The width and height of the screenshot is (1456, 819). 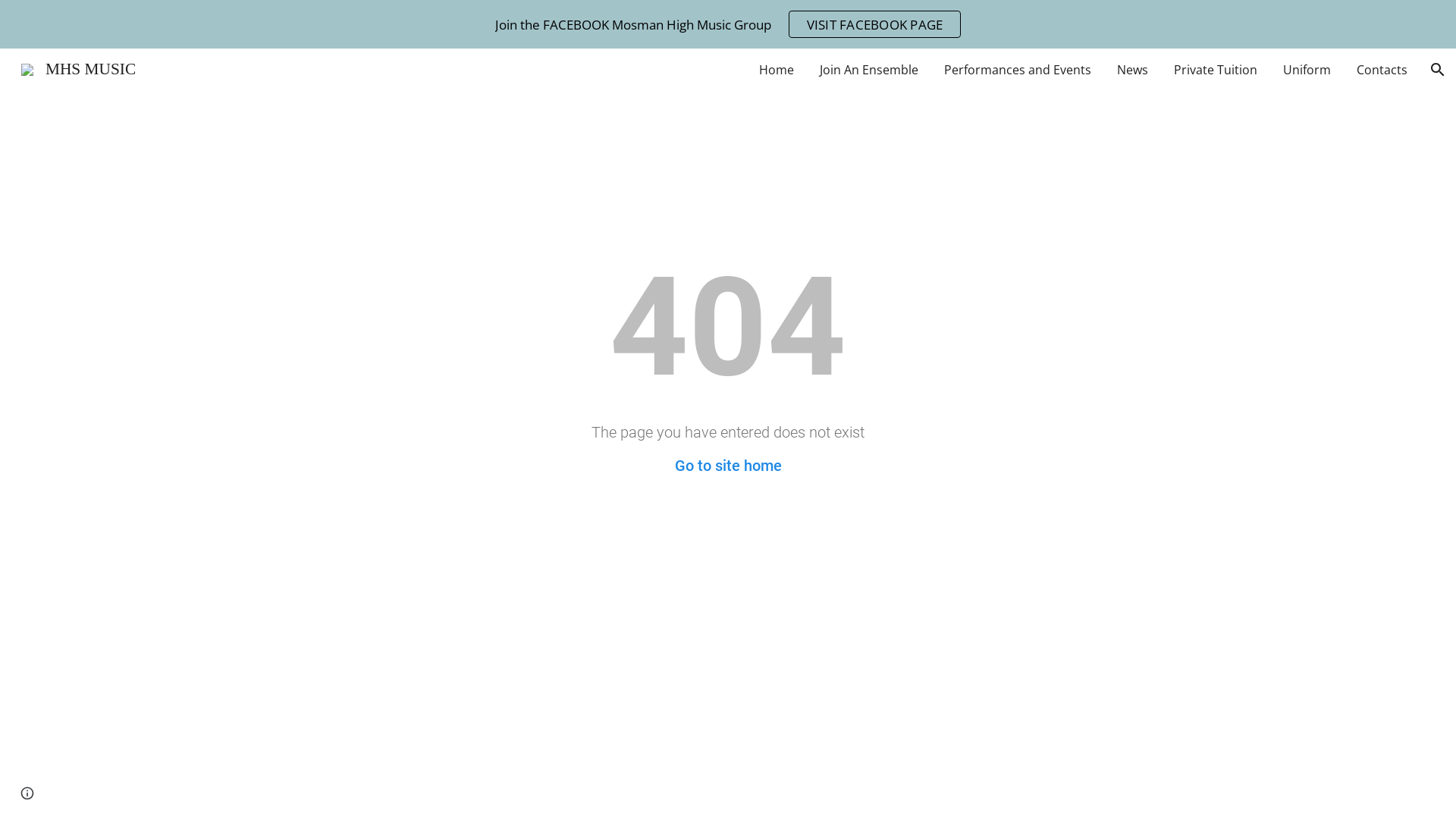 What do you see at coordinates (1216, 70) in the screenshot?
I see `'Private Tuition'` at bounding box center [1216, 70].